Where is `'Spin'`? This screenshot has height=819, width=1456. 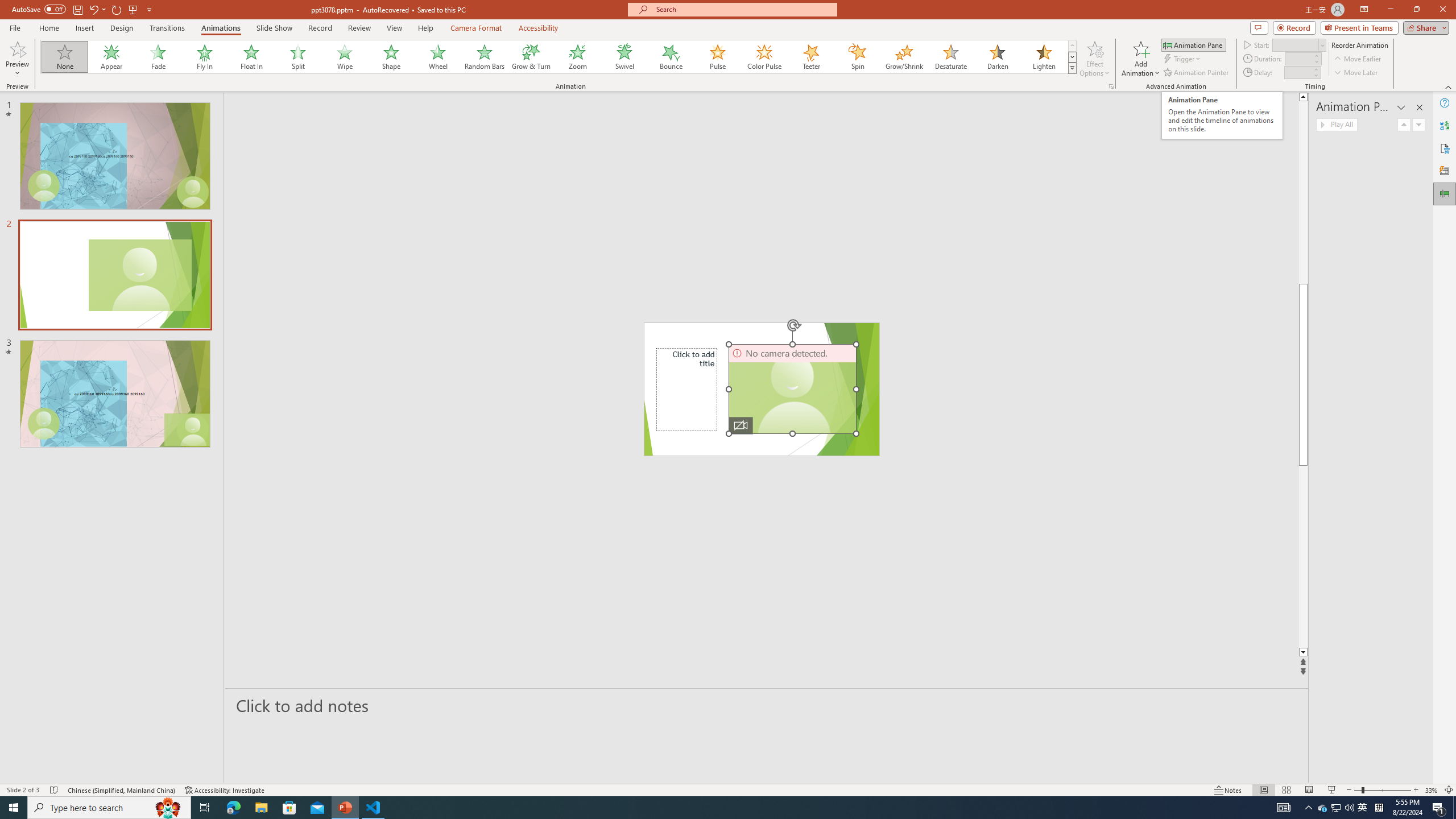 'Spin' is located at coordinates (857, 56).